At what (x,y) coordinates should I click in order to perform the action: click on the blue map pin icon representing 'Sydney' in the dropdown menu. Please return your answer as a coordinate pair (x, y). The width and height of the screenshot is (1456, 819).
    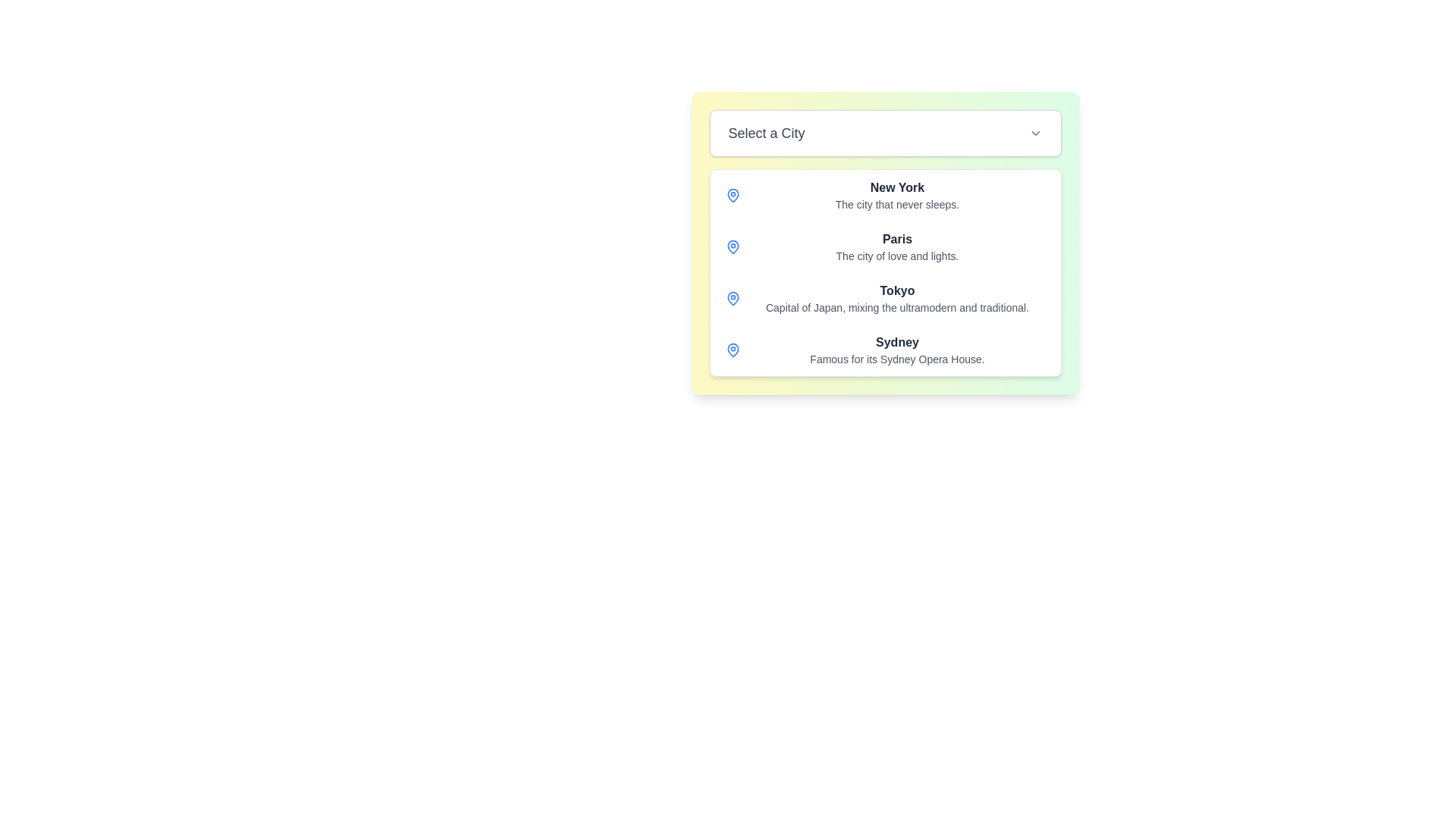
    Looking at the image, I should click on (733, 350).